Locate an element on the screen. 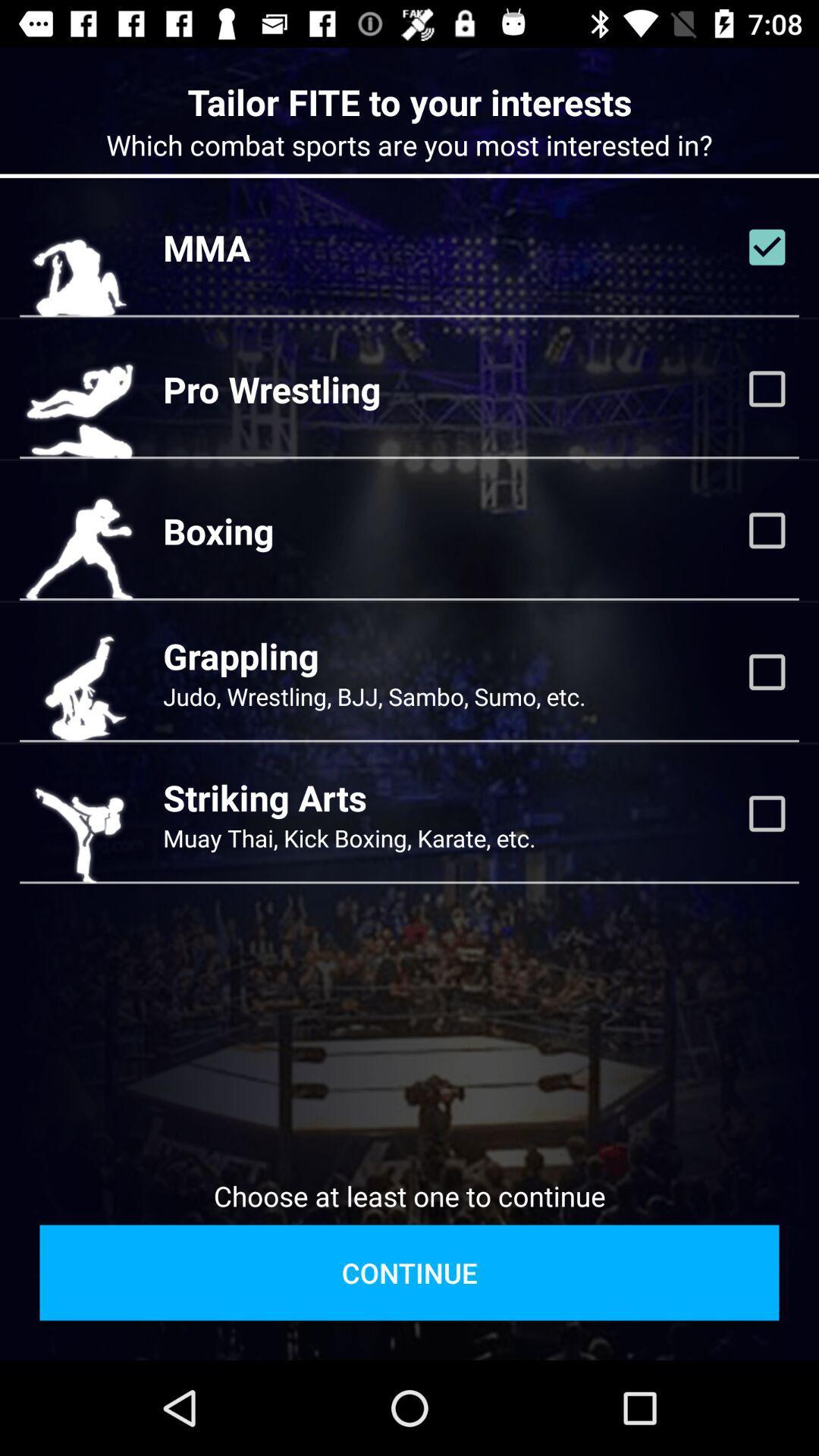 Image resolution: width=819 pixels, height=1456 pixels. the icon above the judo wrestling bjj icon is located at coordinates (240, 656).